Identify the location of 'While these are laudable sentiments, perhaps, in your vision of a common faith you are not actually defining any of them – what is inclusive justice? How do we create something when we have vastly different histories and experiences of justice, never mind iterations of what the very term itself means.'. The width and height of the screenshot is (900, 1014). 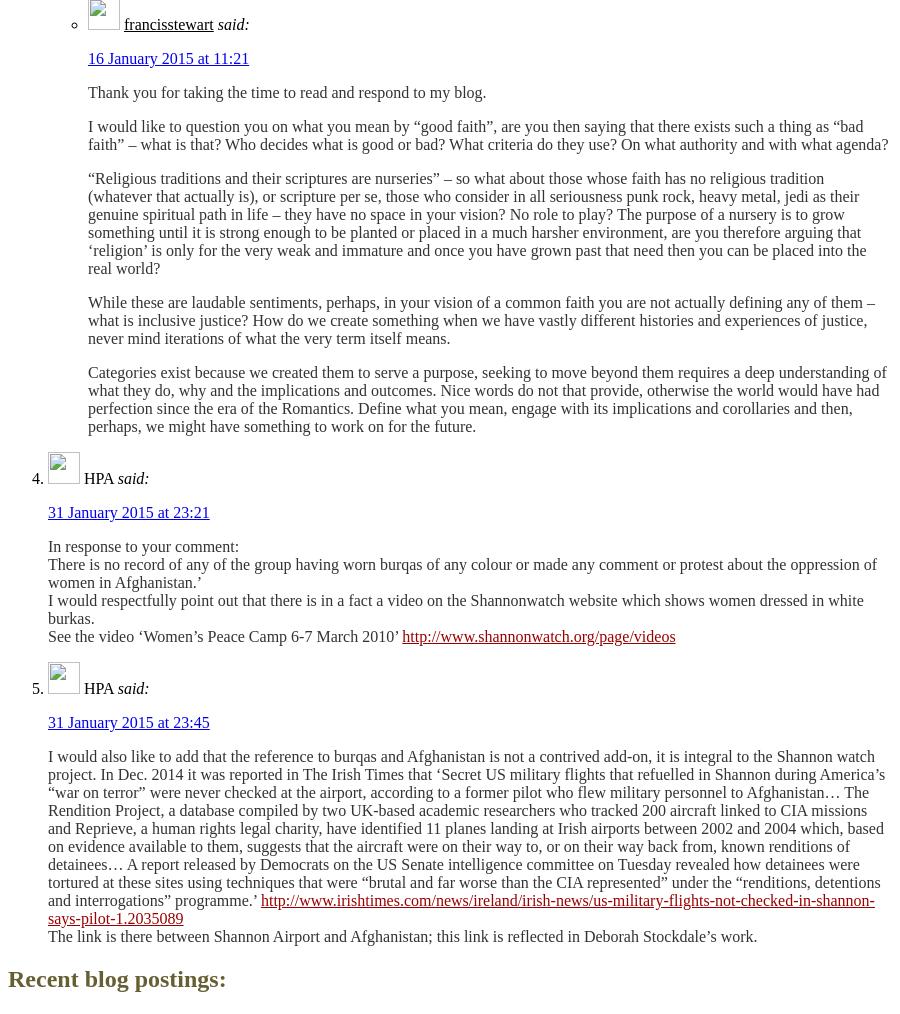
(479, 320).